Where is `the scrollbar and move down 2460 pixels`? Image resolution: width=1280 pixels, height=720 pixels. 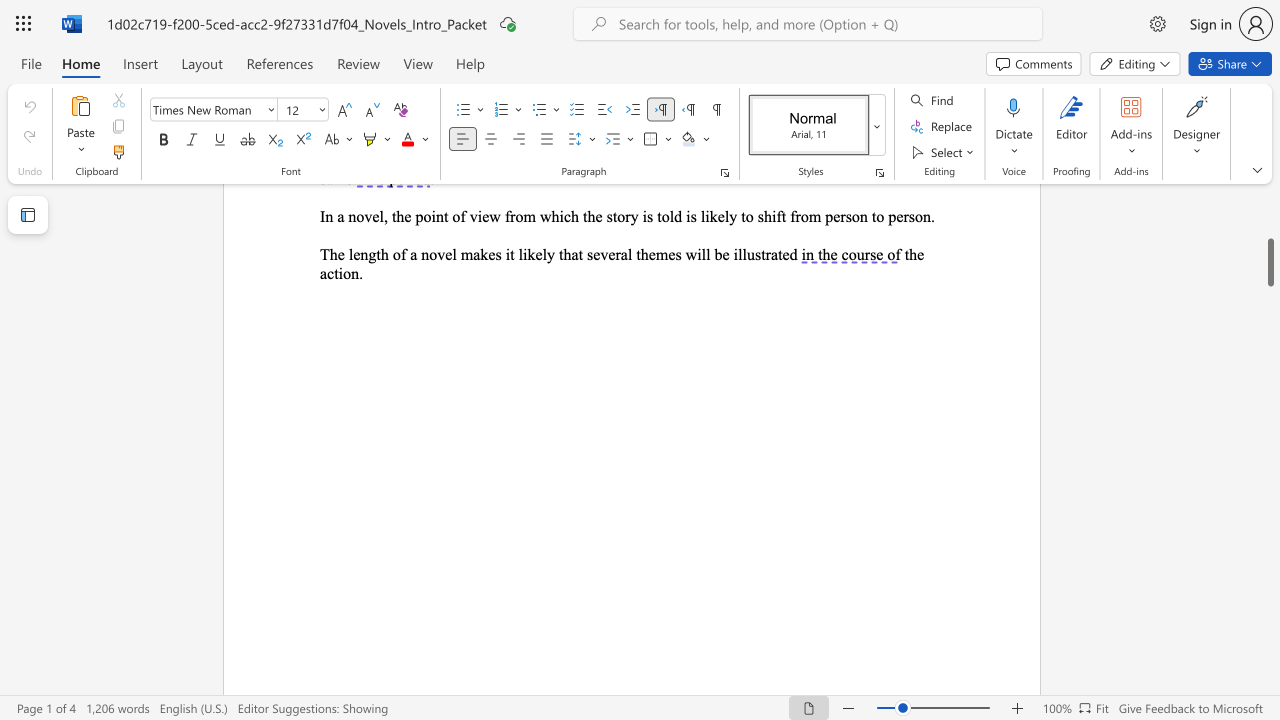
the scrollbar and move down 2460 pixels is located at coordinates (1269, 262).